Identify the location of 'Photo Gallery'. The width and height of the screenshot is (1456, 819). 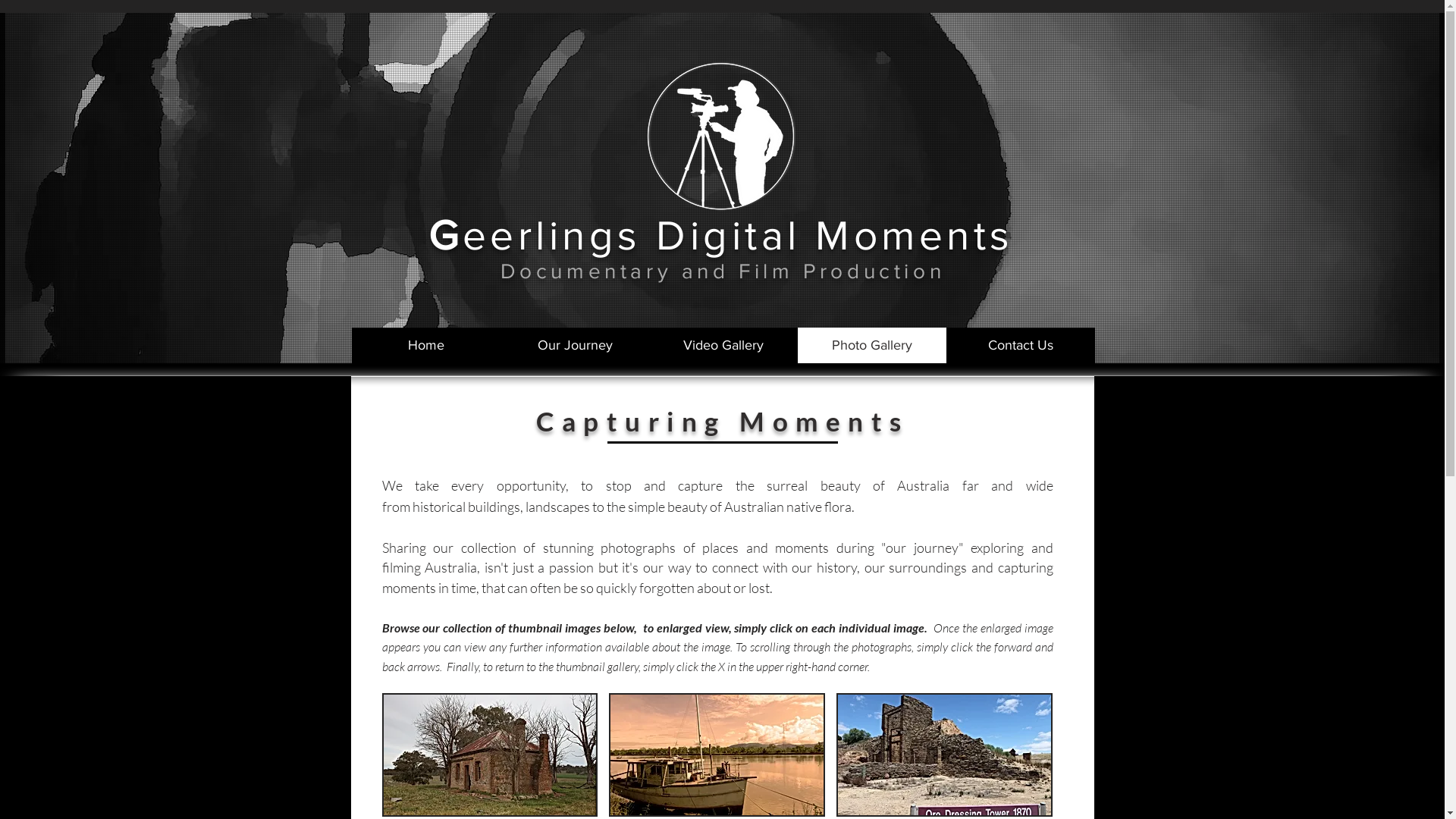
(872, 345).